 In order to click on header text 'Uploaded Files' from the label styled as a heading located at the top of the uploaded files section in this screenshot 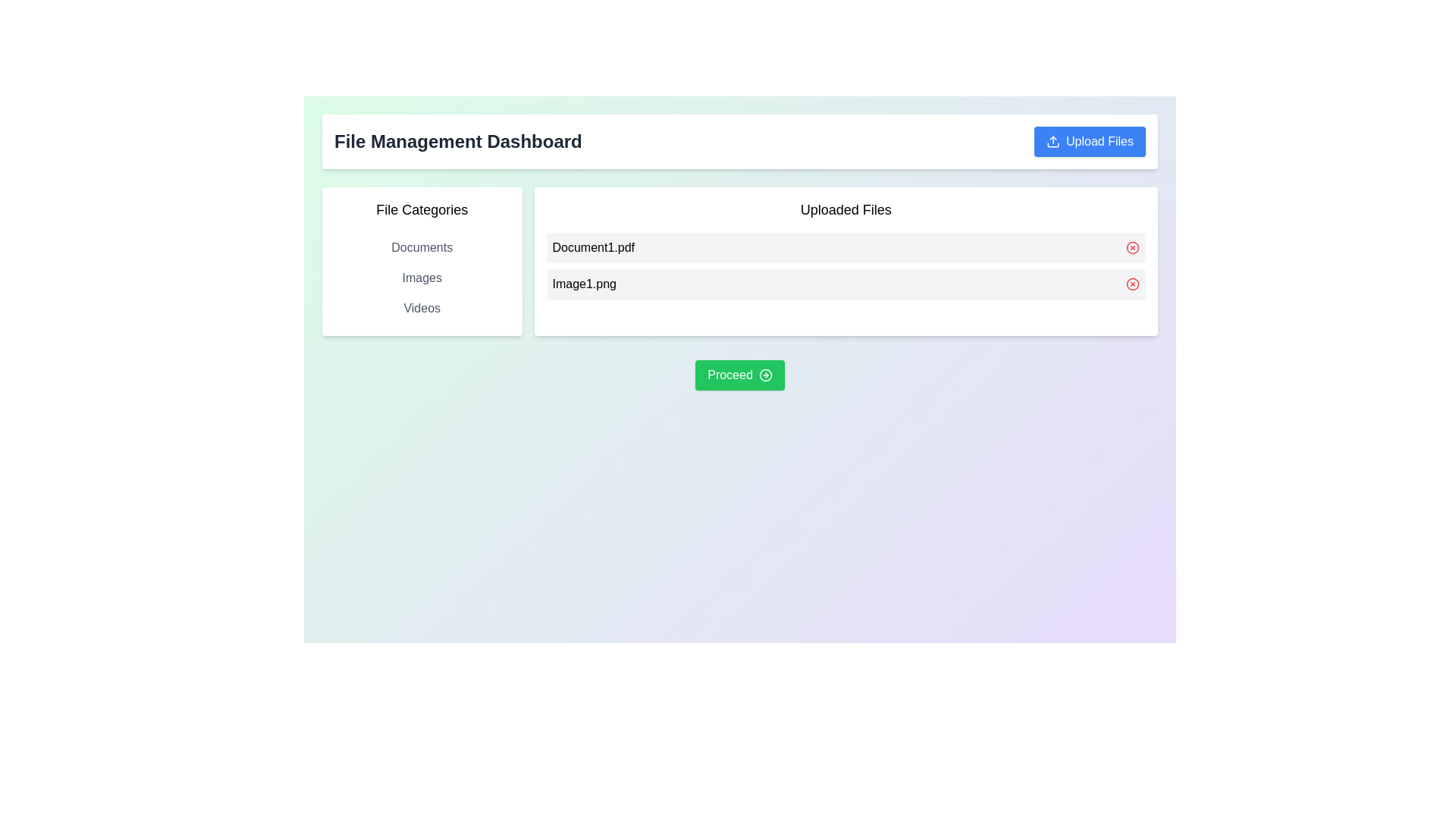, I will do `click(845, 210)`.